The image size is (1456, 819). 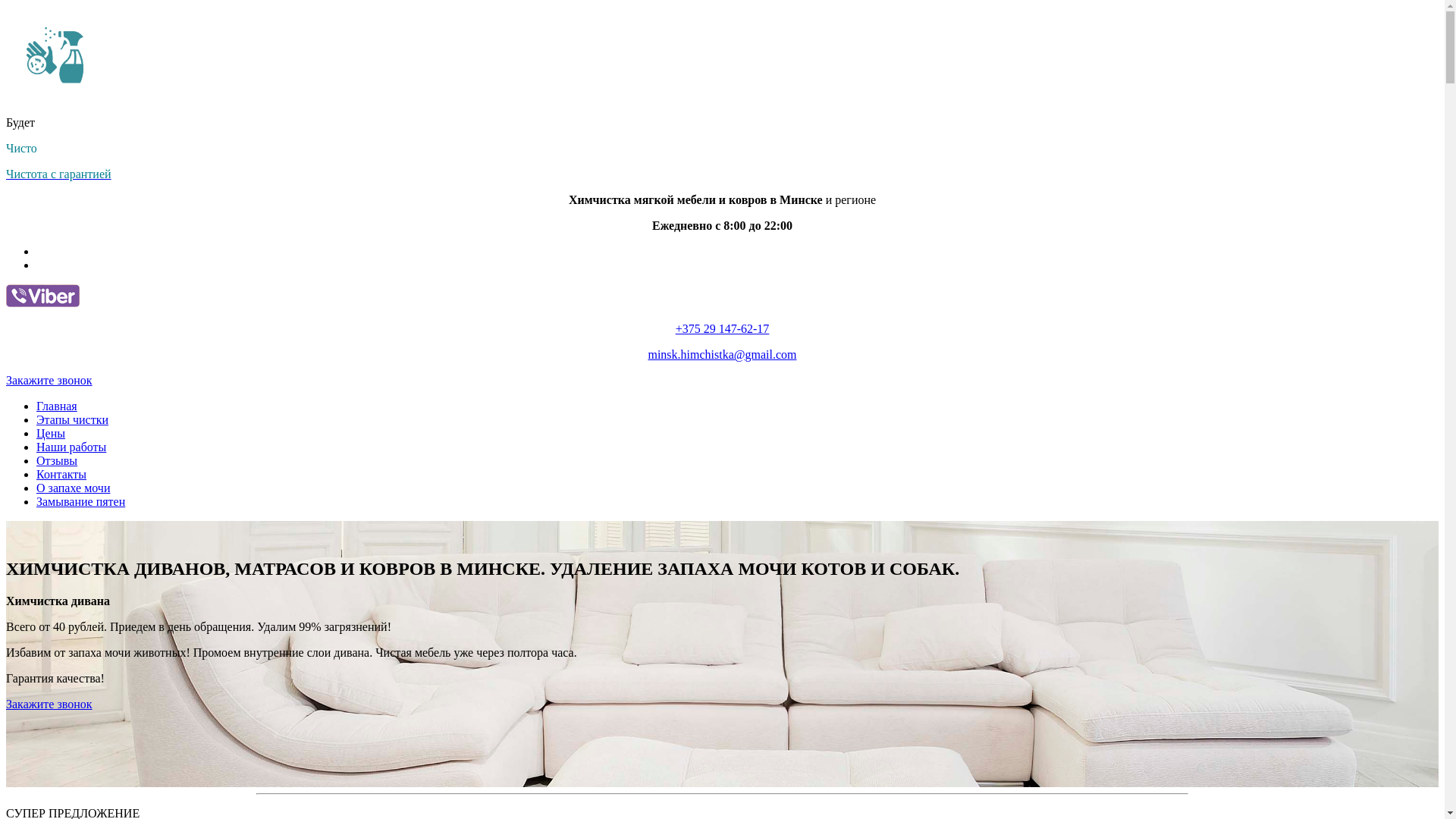 What do you see at coordinates (648, 354) in the screenshot?
I see `'minsk.himchistka@gmail.com'` at bounding box center [648, 354].